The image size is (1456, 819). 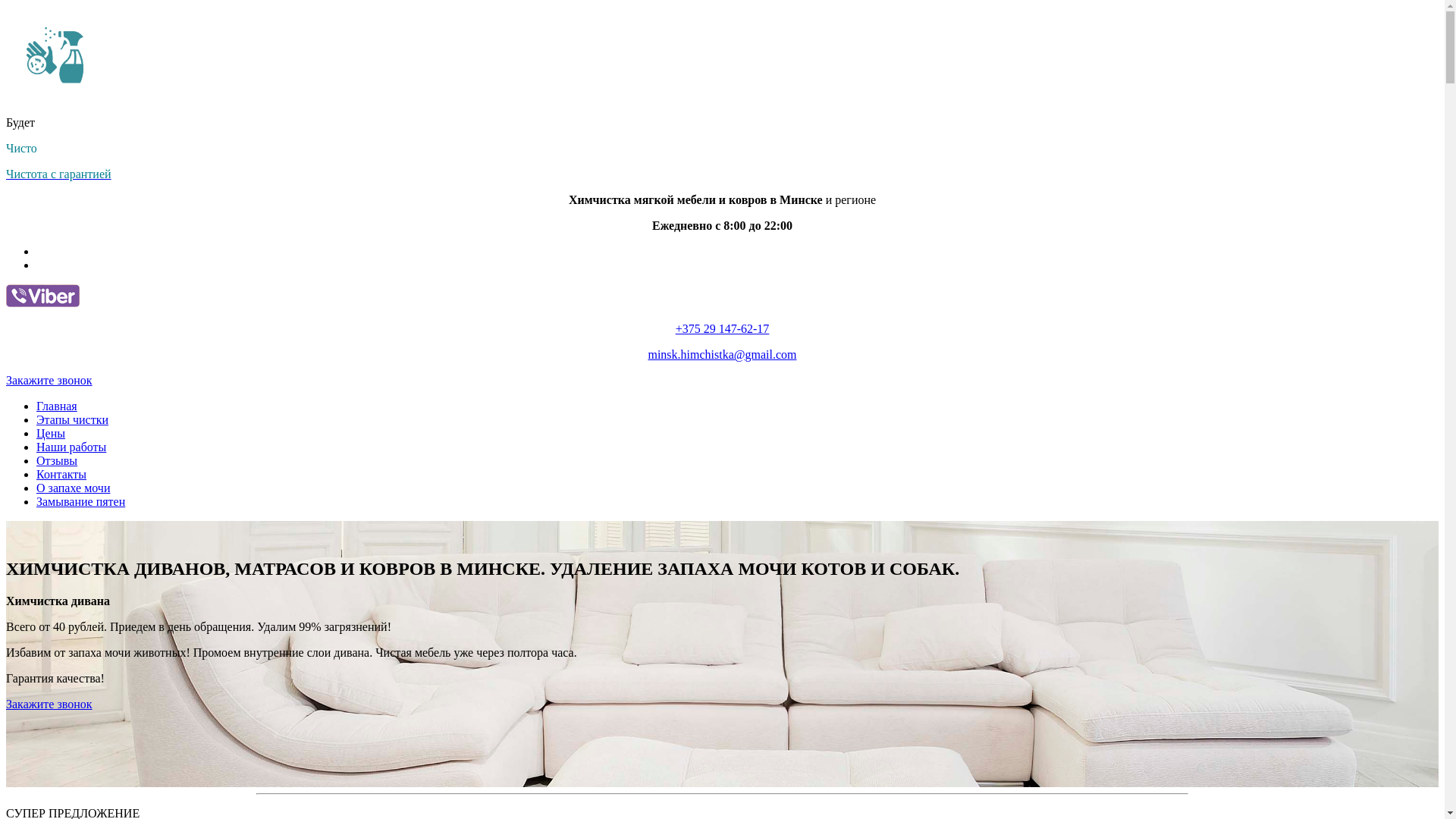 What do you see at coordinates (648, 354) in the screenshot?
I see `'minsk.himchistka@gmail.com'` at bounding box center [648, 354].